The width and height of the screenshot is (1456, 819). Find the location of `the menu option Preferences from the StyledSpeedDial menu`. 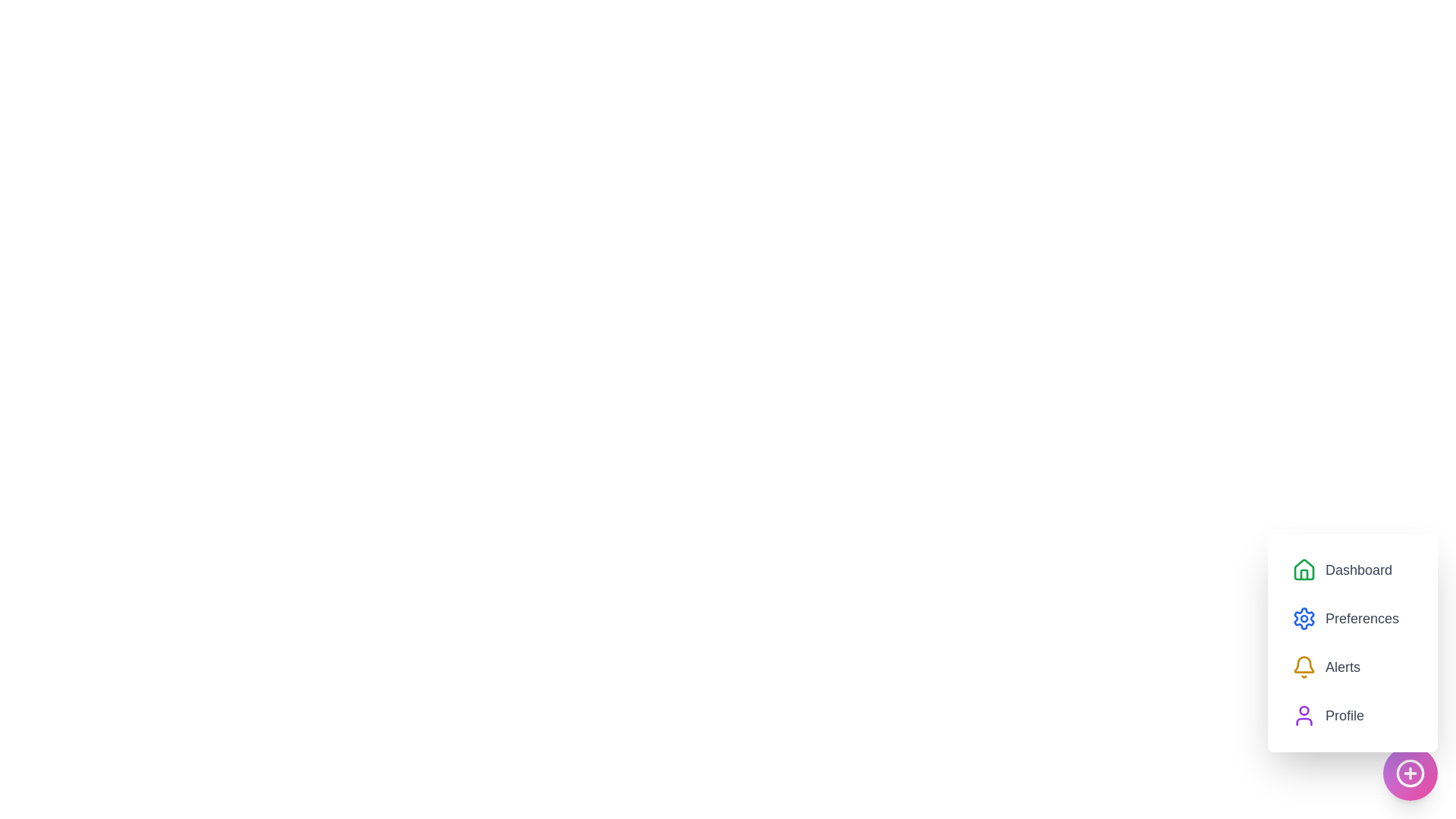

the menu option Preferences from the StyledSpeedDial menu is located at coordinates (1345, 619).